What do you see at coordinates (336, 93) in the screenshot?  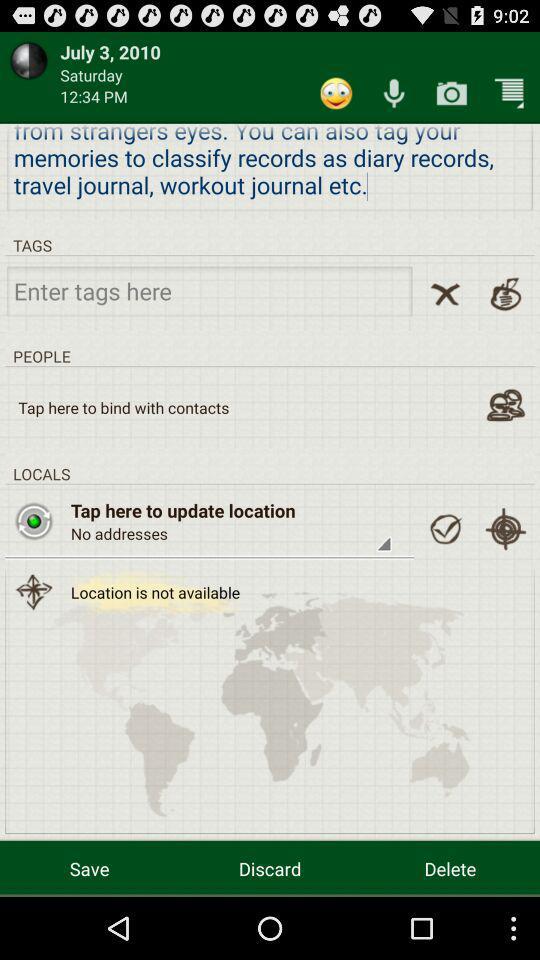 I see `item above we all are` at bounding box center [336, 93].